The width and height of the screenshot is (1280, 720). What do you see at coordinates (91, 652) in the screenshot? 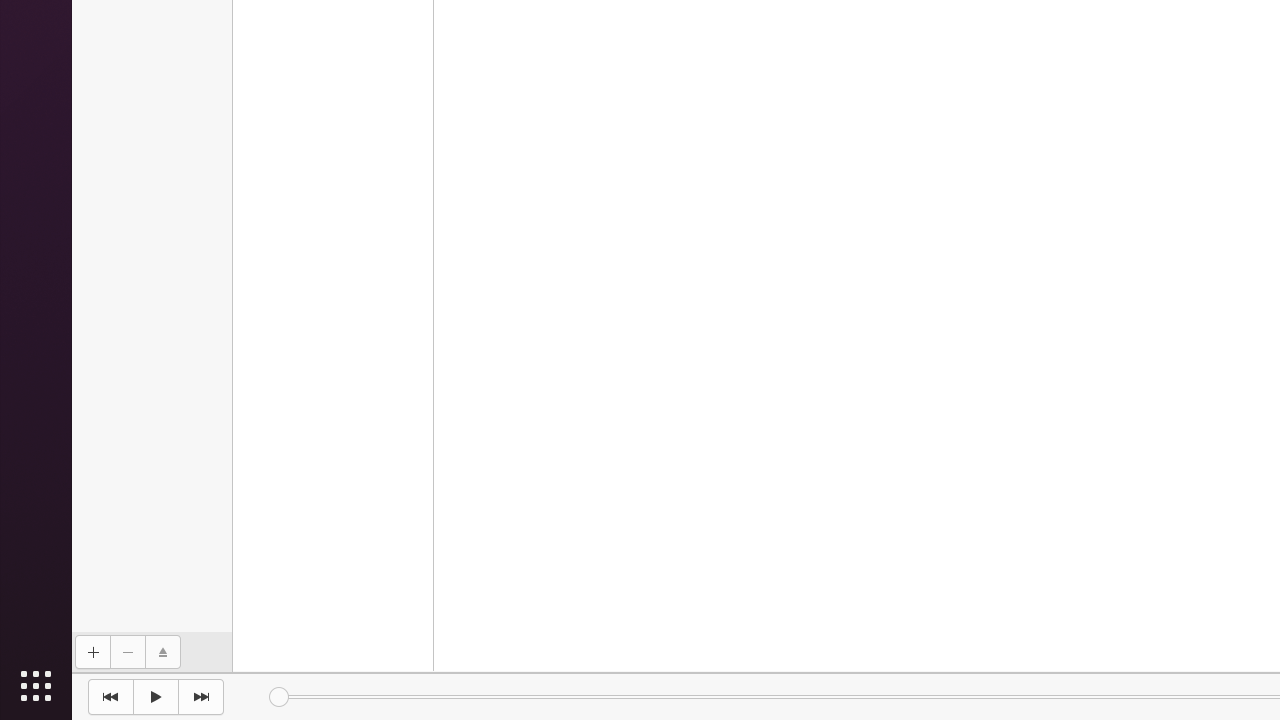
I see `'Add'` at bounding box center [91, 652].